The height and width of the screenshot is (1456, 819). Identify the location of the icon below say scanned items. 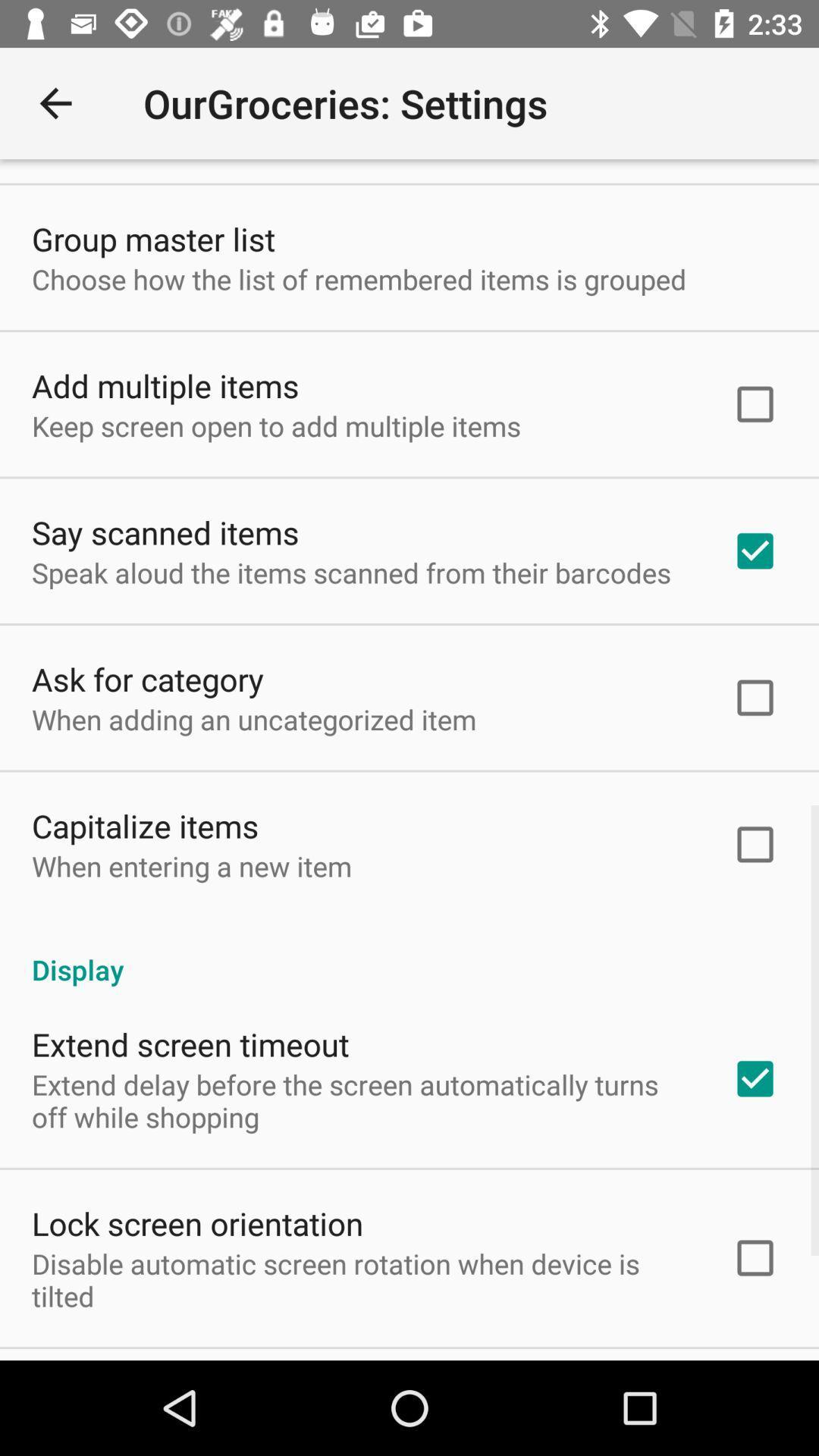
(351, 572).